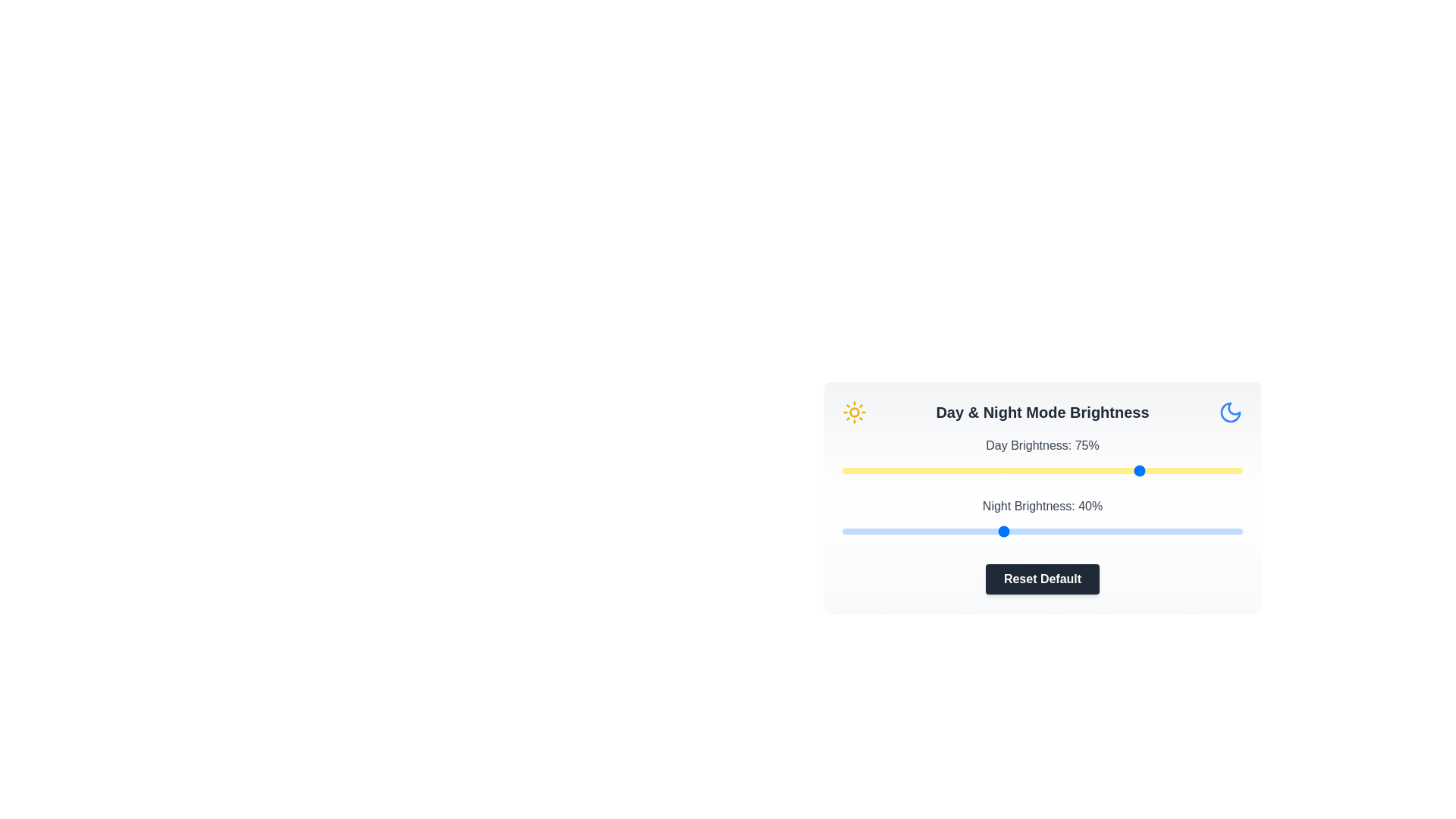 The image size is (1456, 819). I want to click on the sun icon to interact with it, so click(855, 412).